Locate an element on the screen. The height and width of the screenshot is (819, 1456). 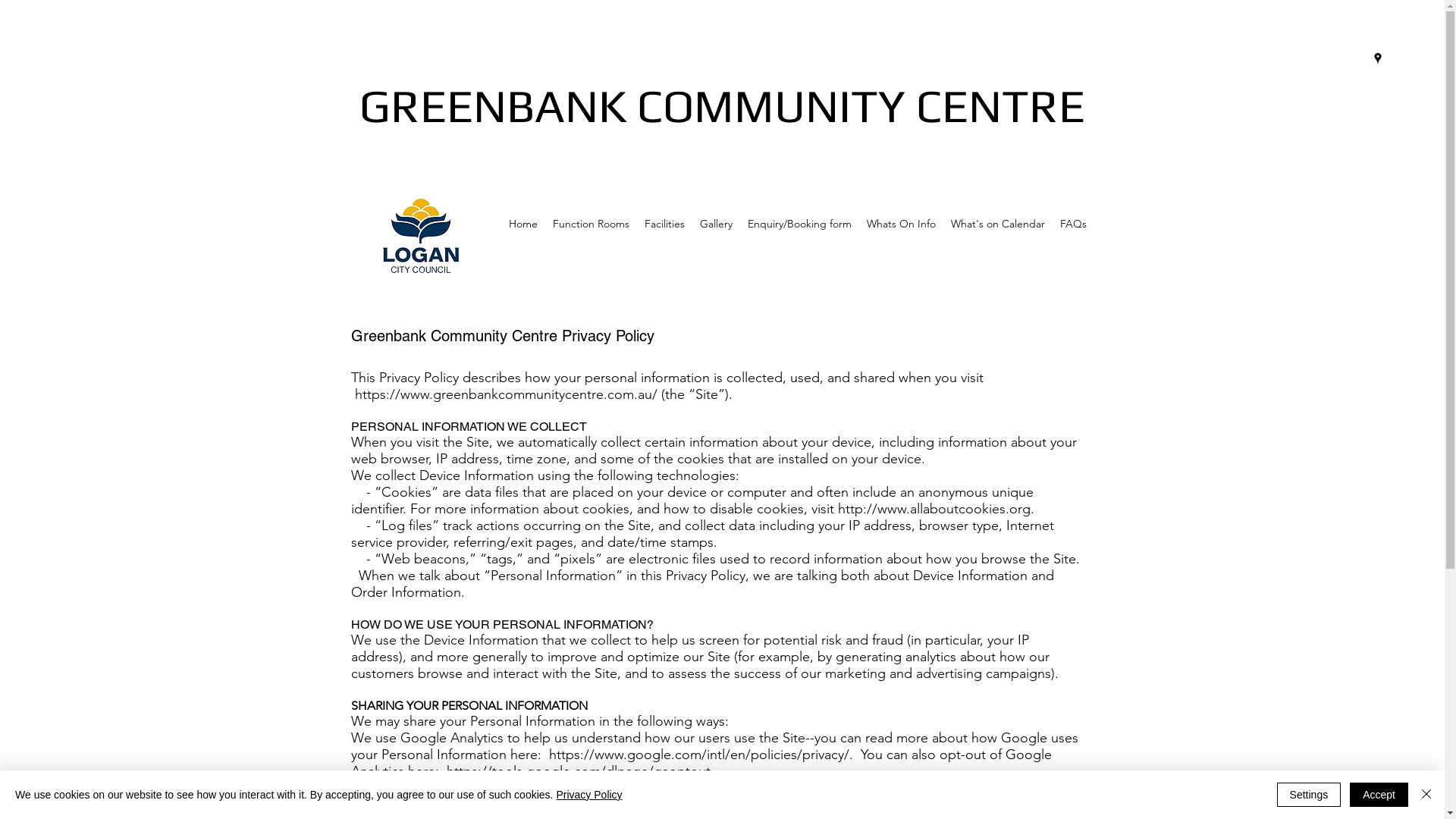
'Enquiry/Booking form' is located at coordinates (799, 223).